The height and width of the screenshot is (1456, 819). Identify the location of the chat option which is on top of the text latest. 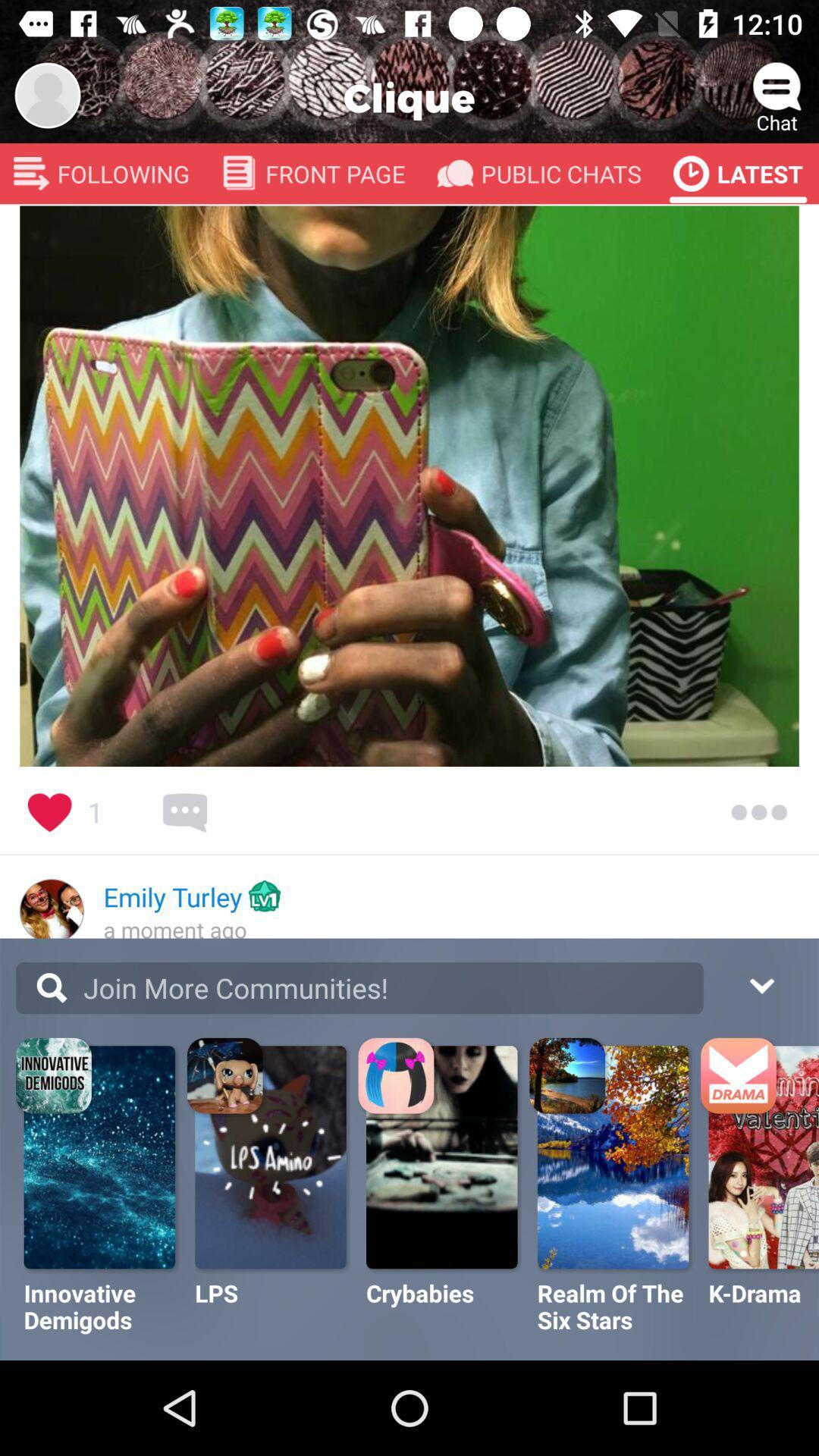
(777, 86).